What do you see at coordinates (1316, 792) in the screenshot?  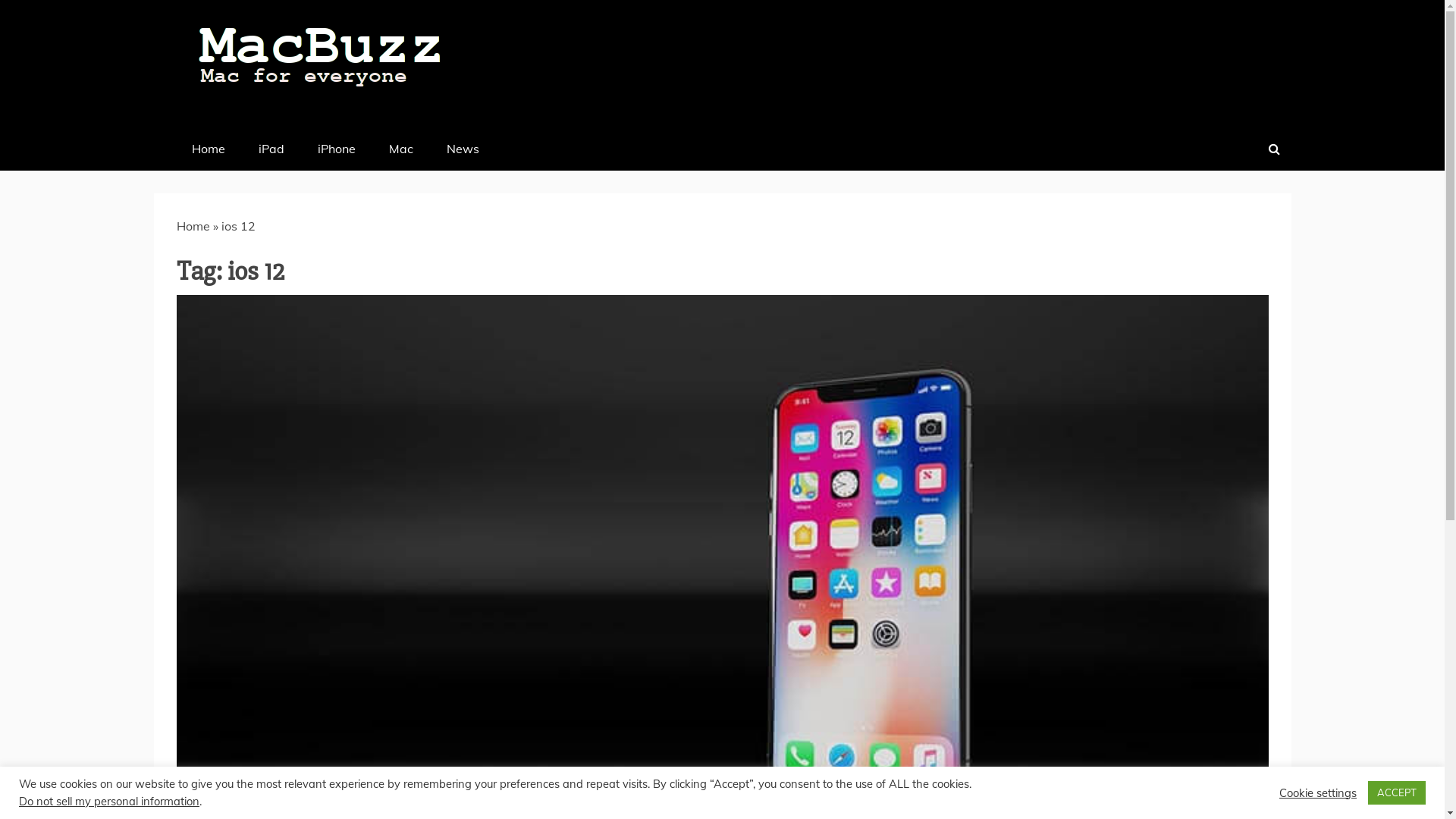 I see `'Cookie settings'` at bounding box center [1316, 792].